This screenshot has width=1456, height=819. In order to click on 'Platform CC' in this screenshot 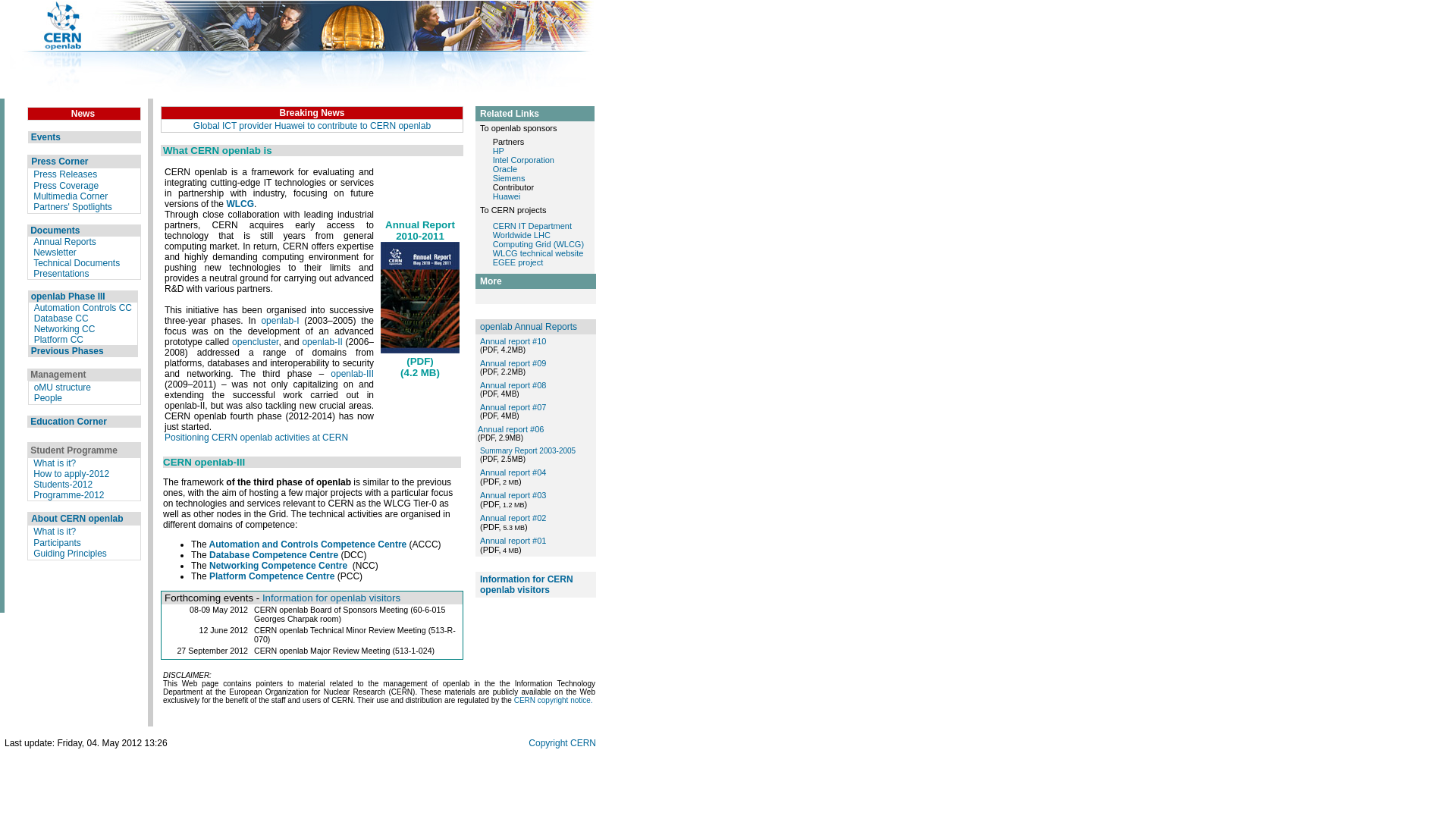, I will do `click(58, 338)`.